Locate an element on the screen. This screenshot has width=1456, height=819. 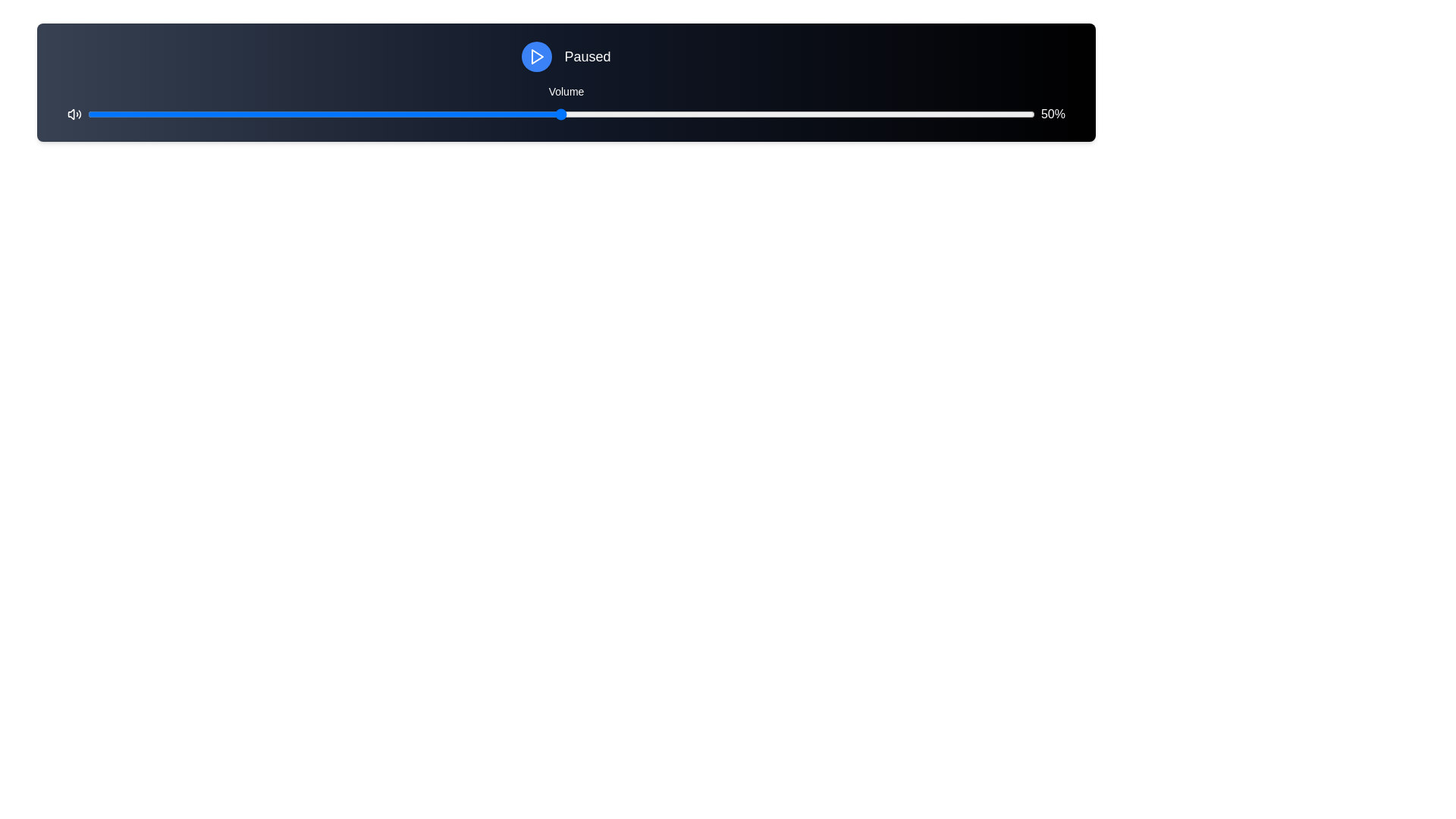
text of the status display label indicating that the media player is paused, which is centrally positioned to the right of the play button is located at coordinates (566, 55).